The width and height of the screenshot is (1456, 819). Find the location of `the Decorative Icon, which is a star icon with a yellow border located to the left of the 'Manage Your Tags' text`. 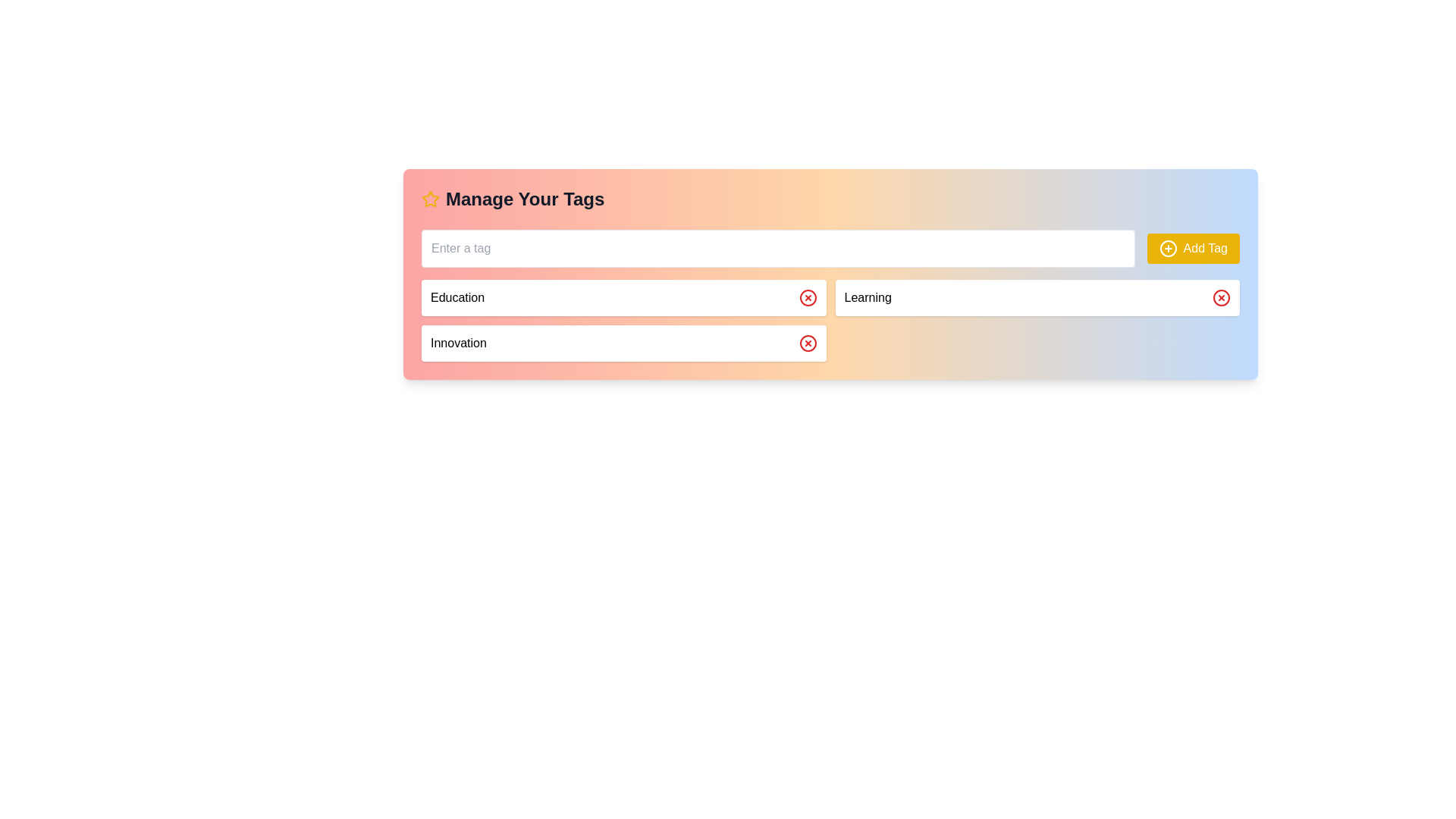

the Decorative Icon, which is a star icon with a yellow border located to the left of the 'Manage Your Tags' text is located at coordinates (429, 198).